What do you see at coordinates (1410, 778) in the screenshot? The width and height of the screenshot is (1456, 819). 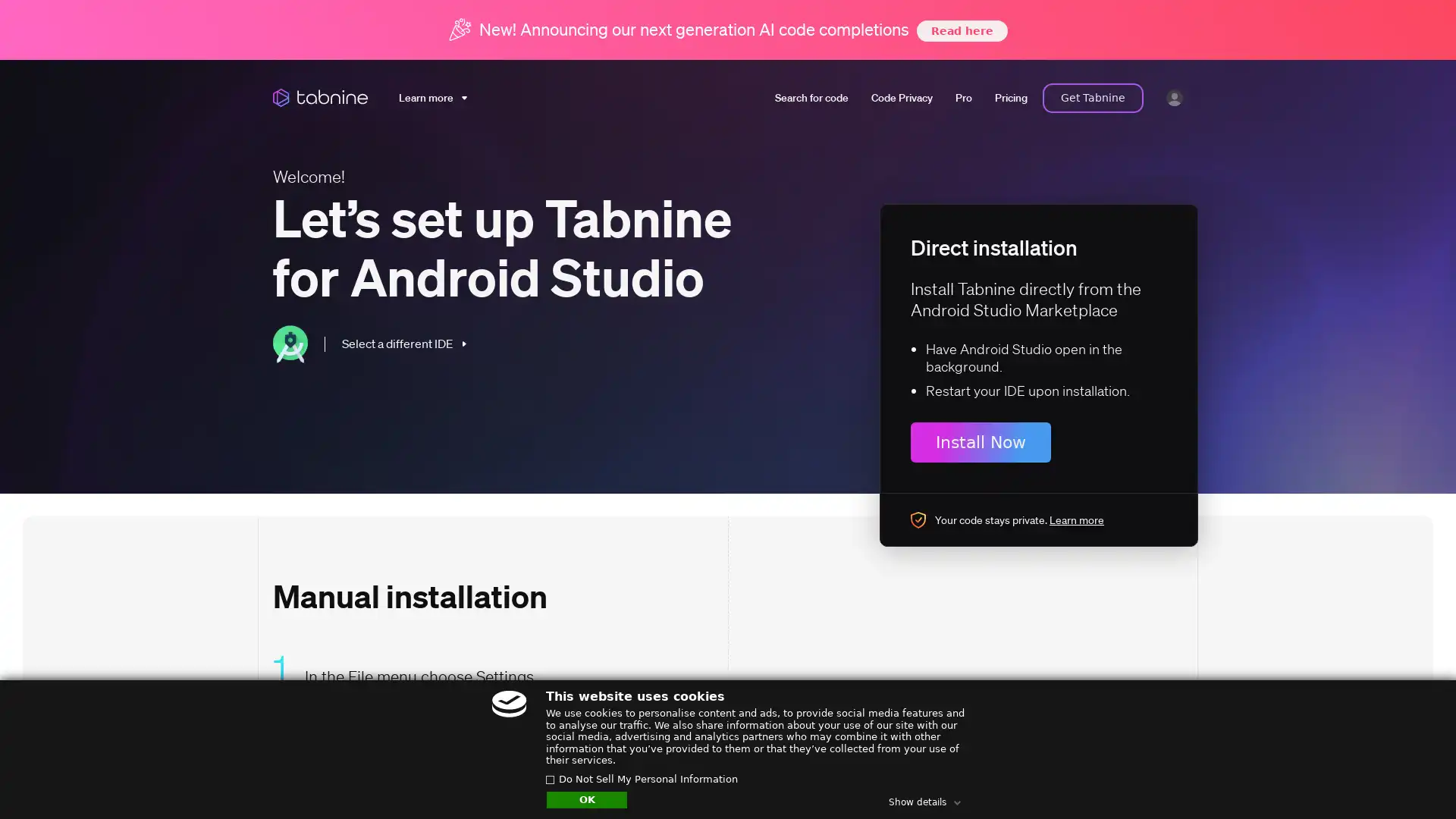 I see `Open` at bounding box center [1410, 778].